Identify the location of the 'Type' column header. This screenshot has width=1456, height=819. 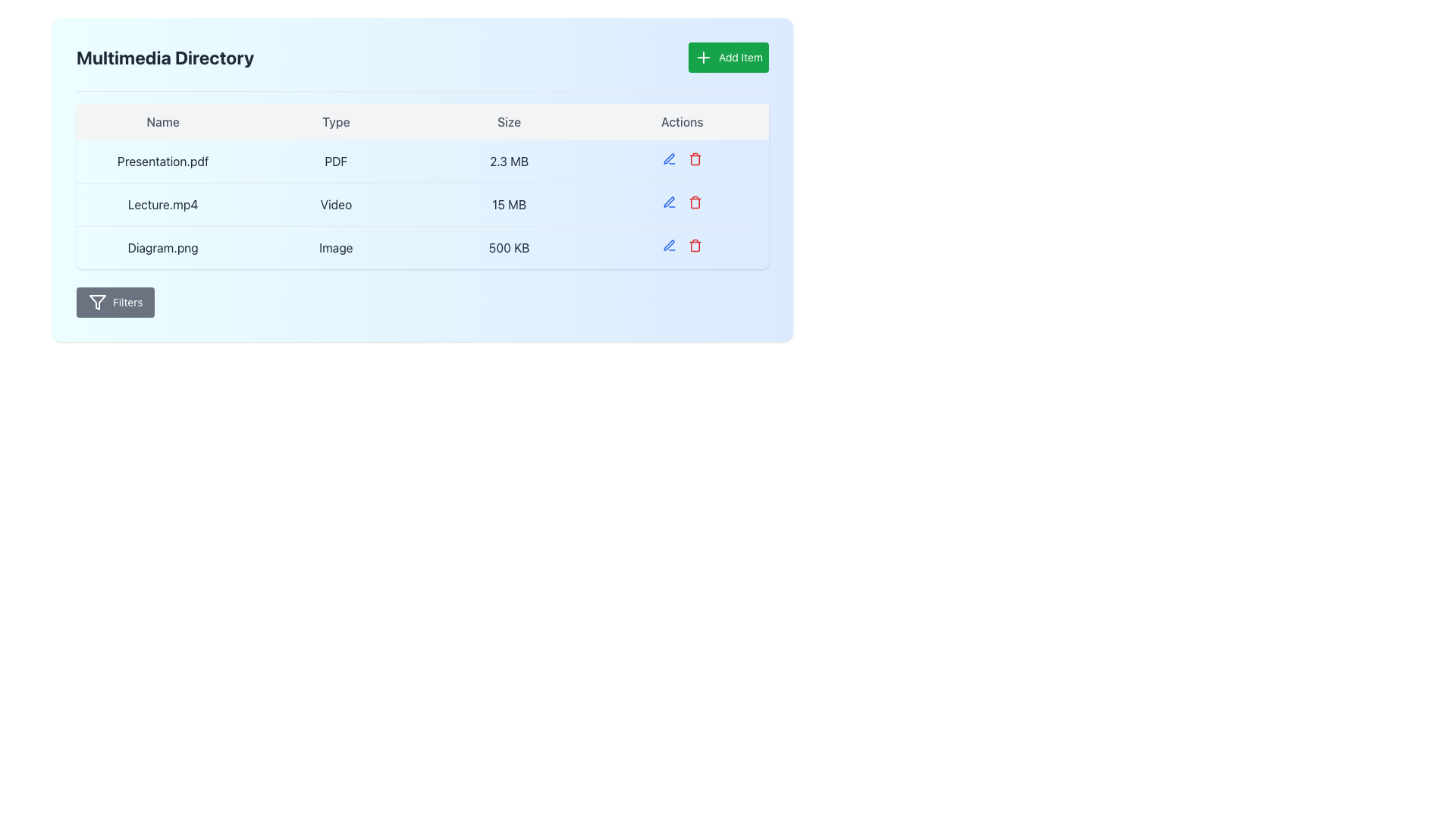
(335, 121).